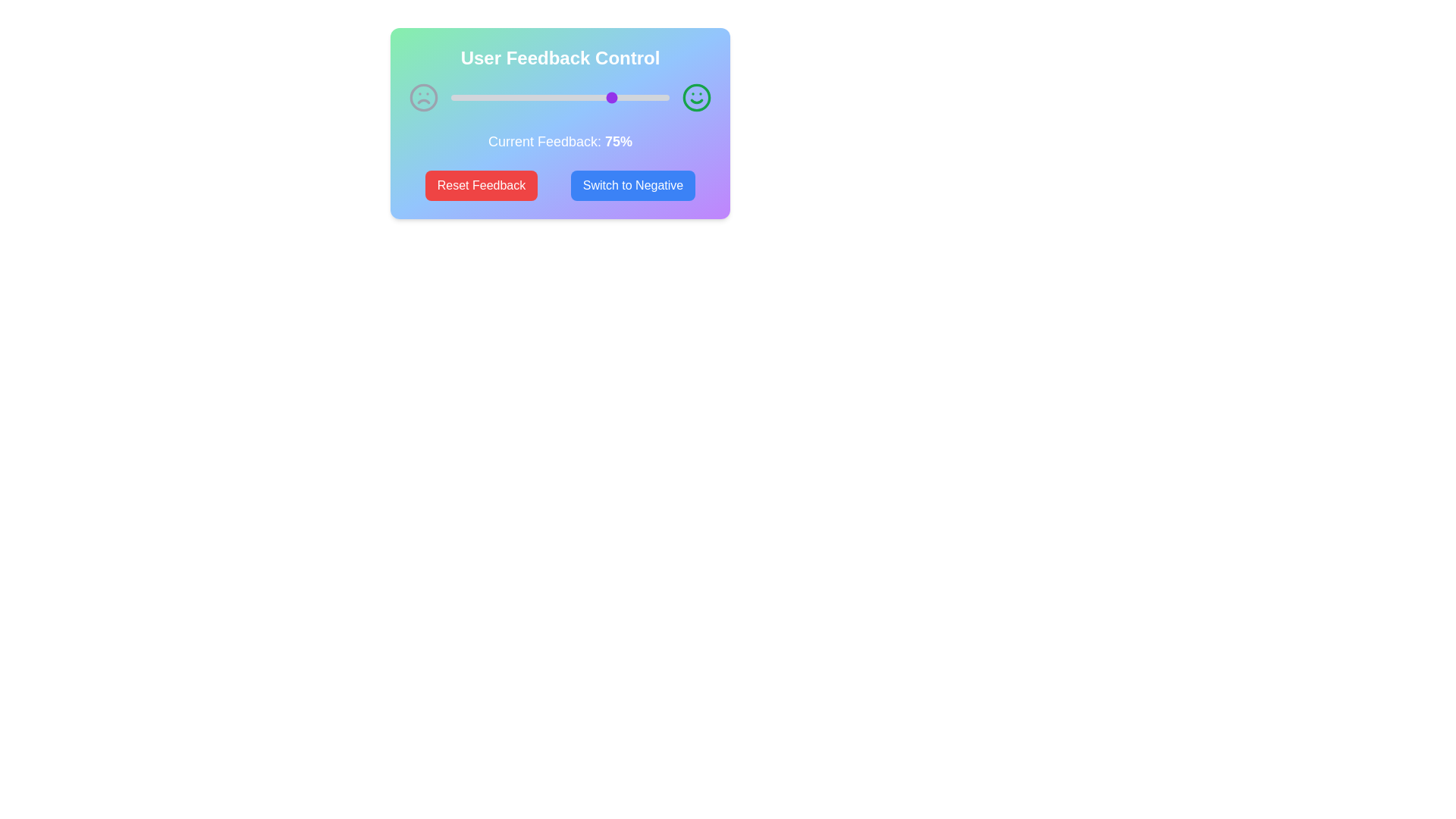 The height and width of the screenshot is (819, 1456). What do you see at coordinates (641, 97) in the screenshot?
I see `the feedback slider to set the feedback percentage to 87` at bounding box center [641, 97].